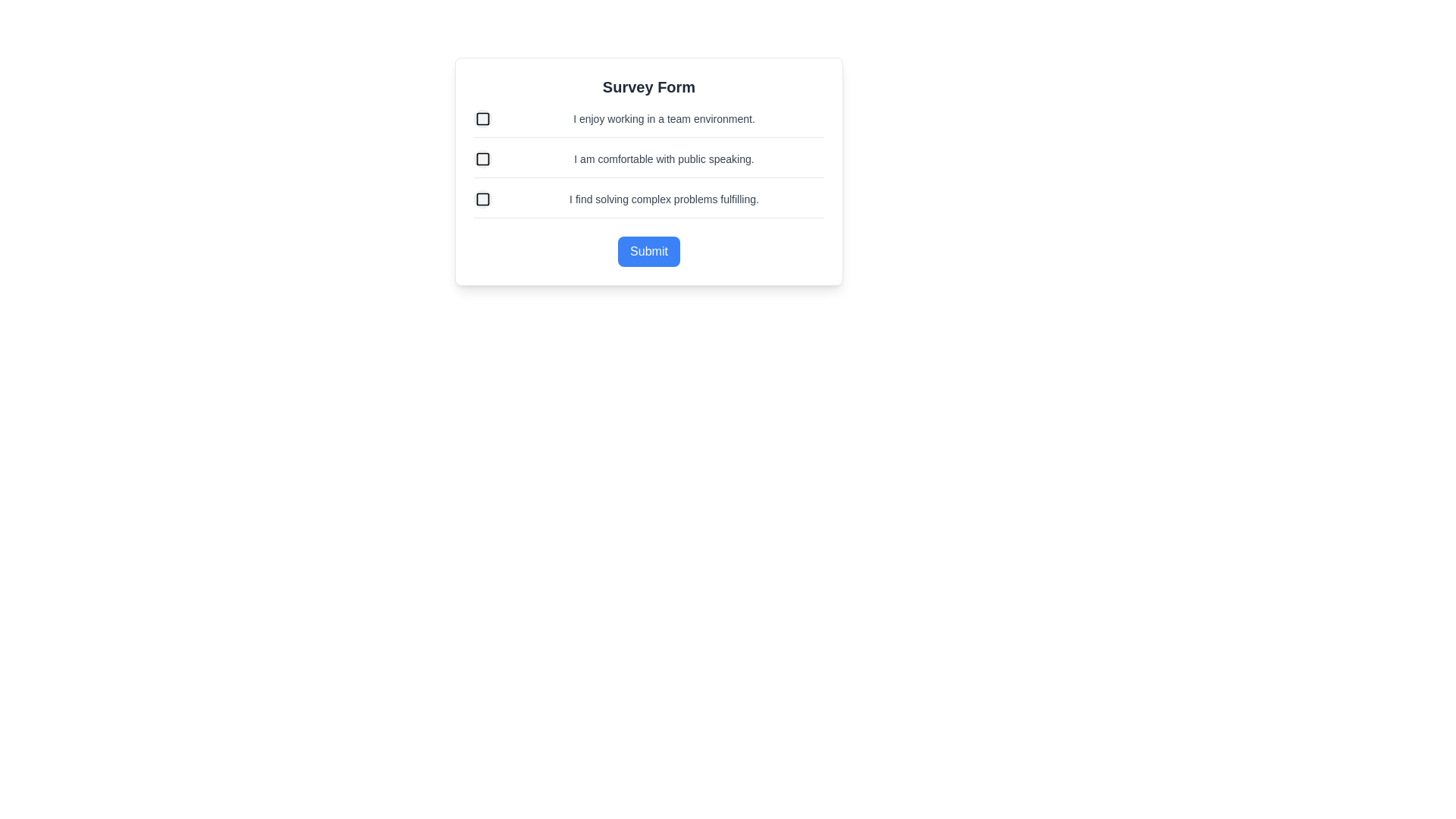 This screenshot has height=819, width=1456. I want to click on the descriptive text label in the third row of the survey options, which is aligned next to the corresponding checkbox, so click(664, 198).